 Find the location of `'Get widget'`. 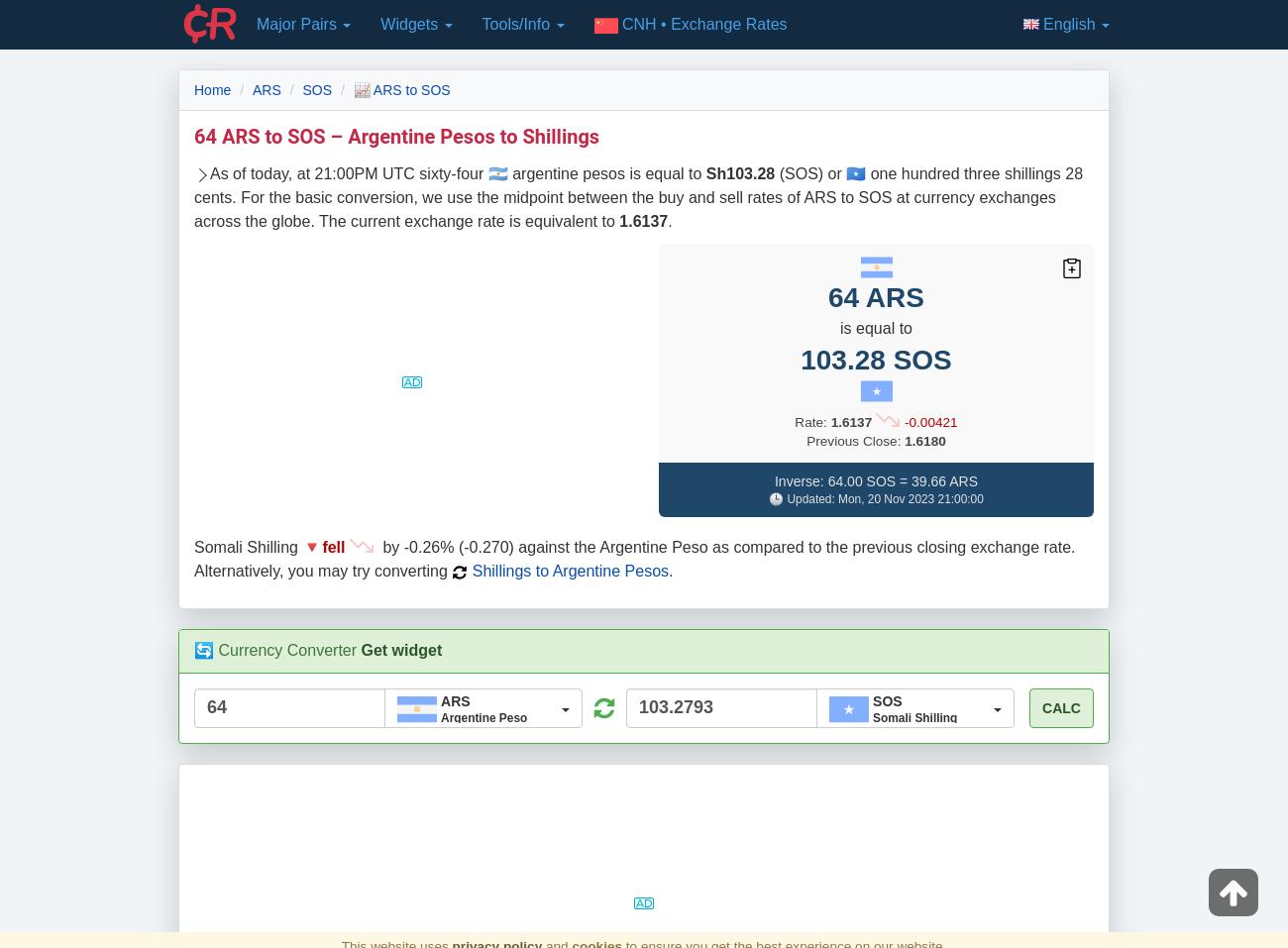

'Get widget' is located at coordinates (400, 649).